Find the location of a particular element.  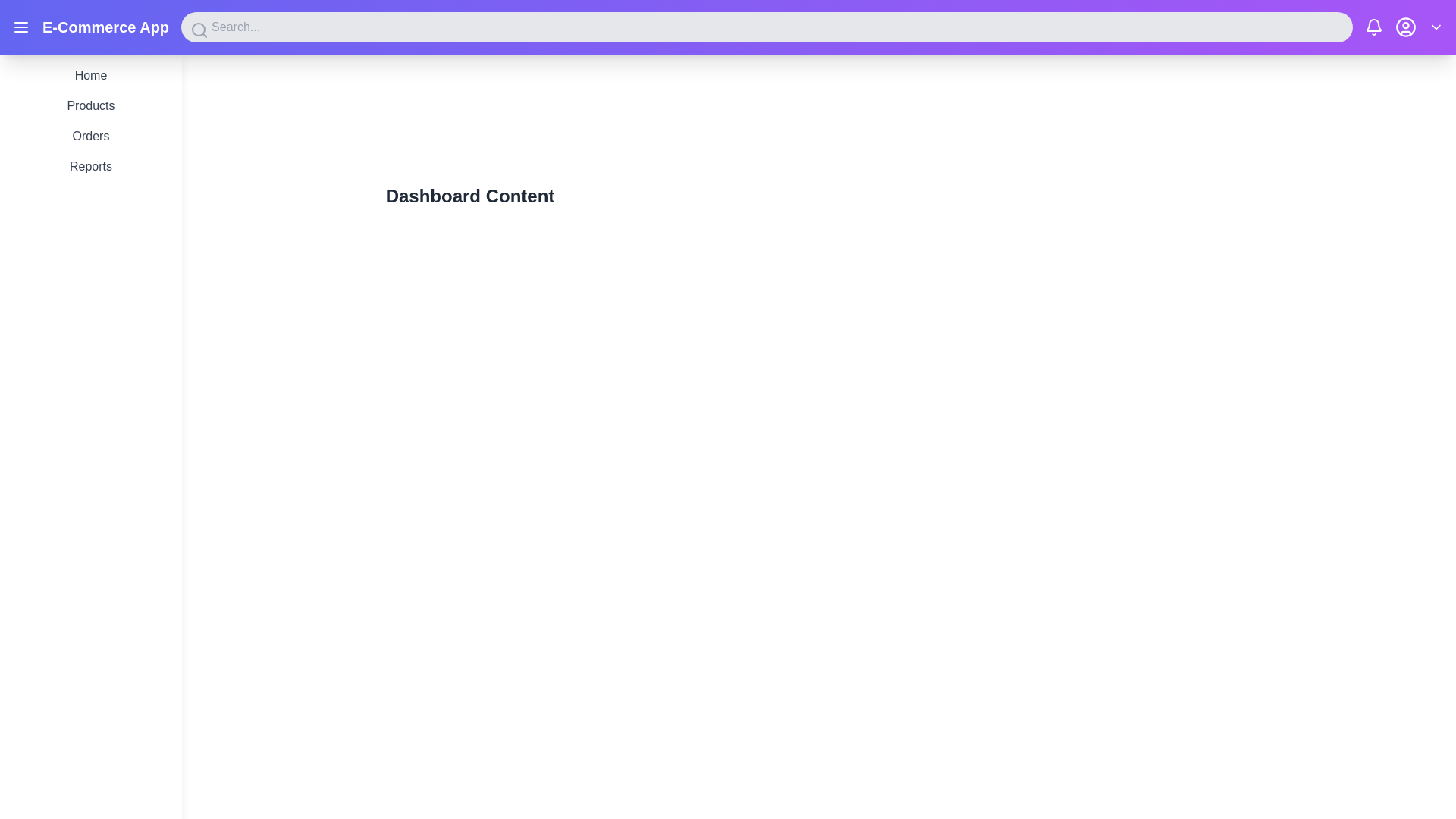

the 'Products' navigation link, which is the second item in the vertical navigation list on the left sidebar is located at coordinates (90, 105).